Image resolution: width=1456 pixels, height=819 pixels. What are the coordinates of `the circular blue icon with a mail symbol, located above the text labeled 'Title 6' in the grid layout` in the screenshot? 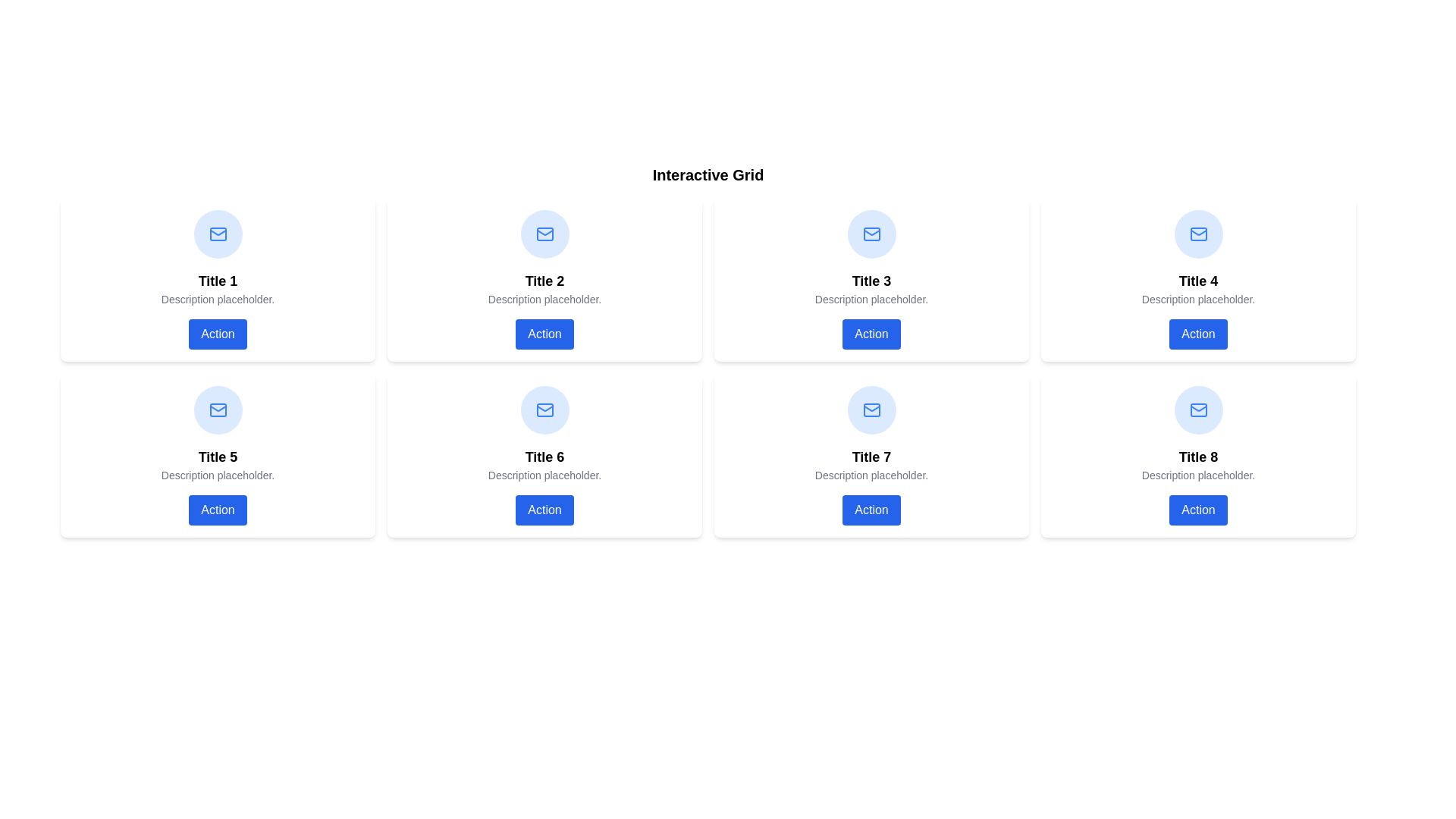 It's located at (544, 409).